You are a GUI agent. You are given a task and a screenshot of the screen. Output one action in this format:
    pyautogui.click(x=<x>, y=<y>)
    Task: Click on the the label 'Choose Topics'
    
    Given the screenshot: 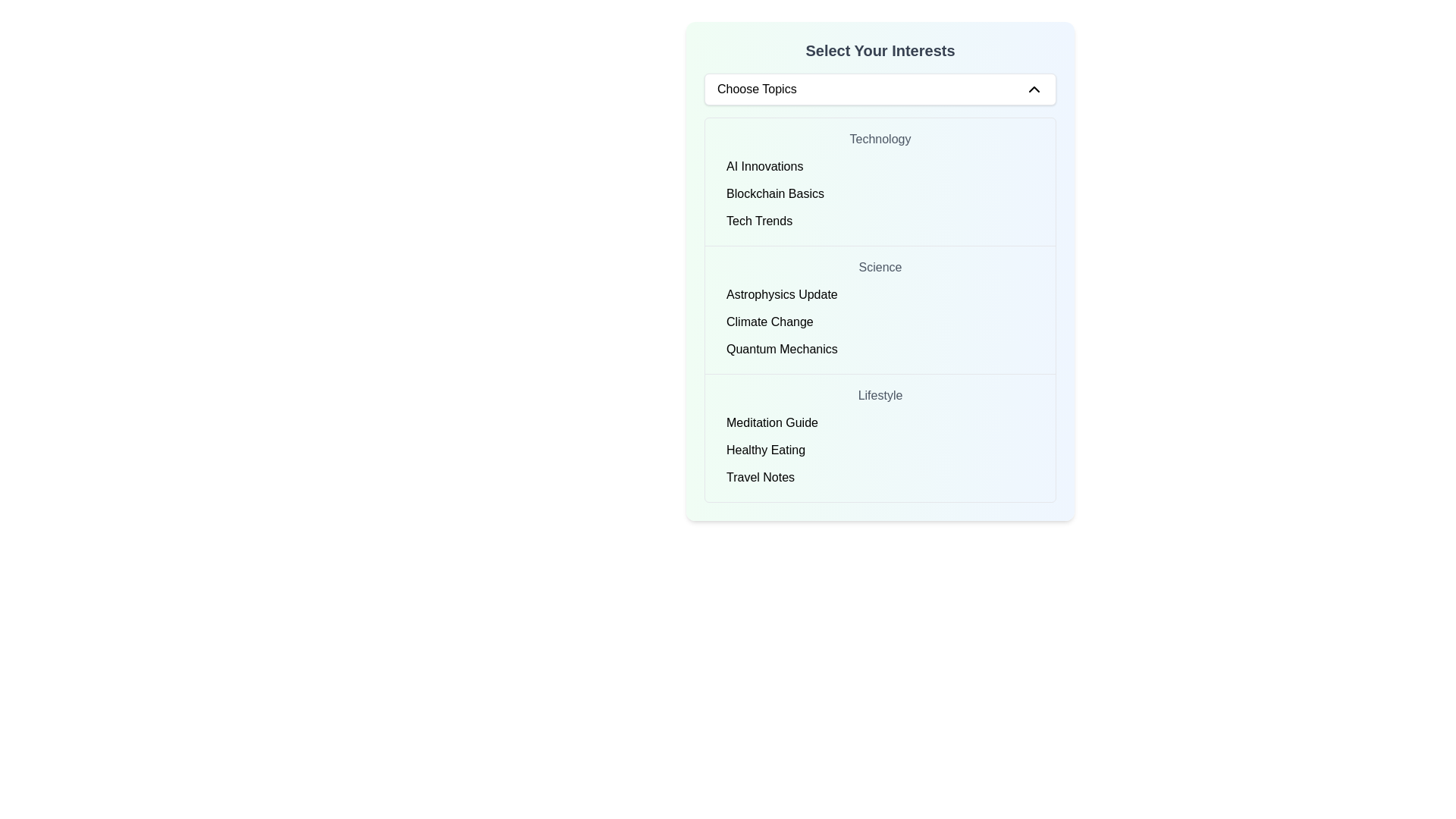 What is the action you would take?
    pyautogui.click(x=757, y=89)
    